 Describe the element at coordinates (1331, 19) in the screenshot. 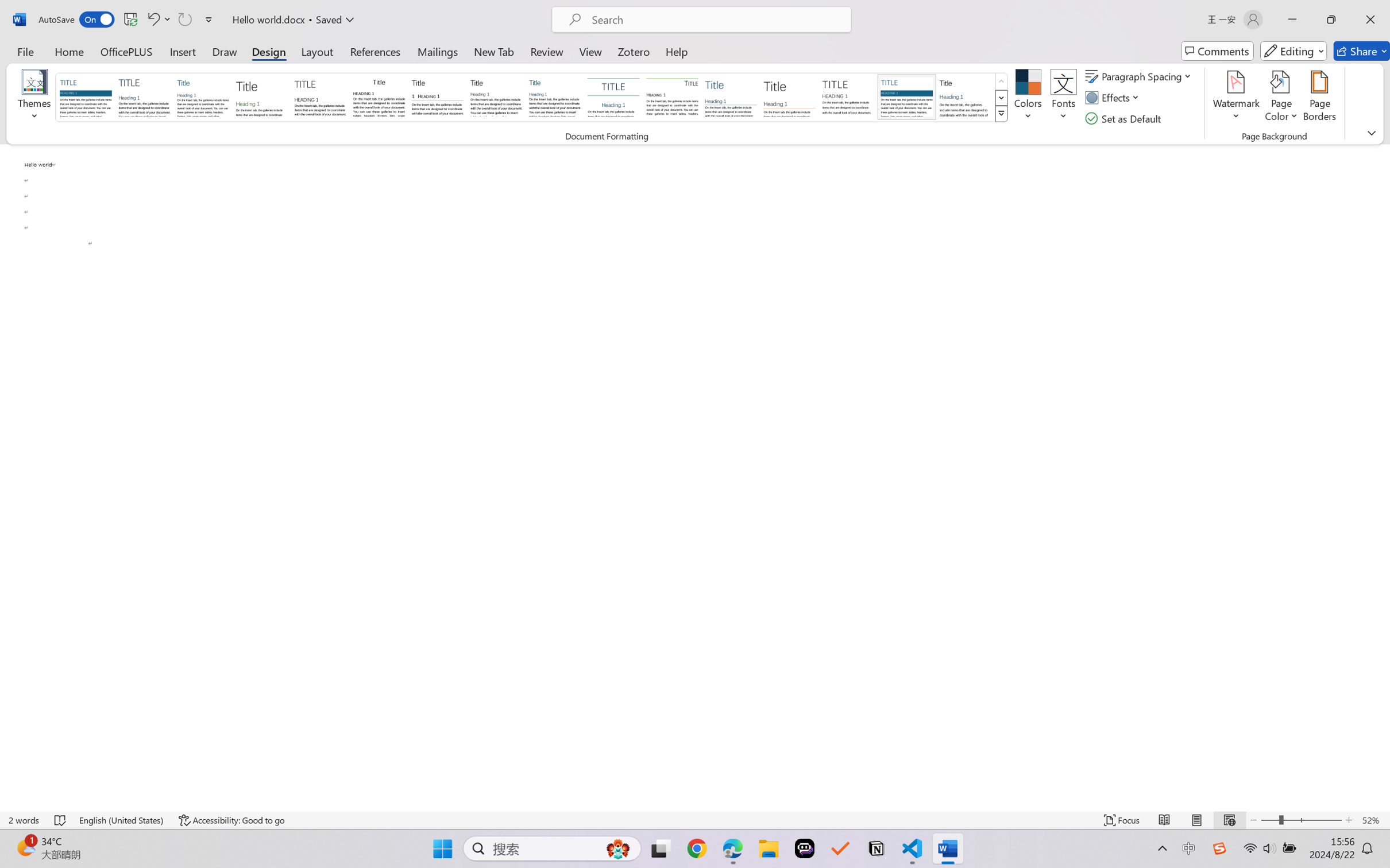

I see `'Restore Down'` at that location.